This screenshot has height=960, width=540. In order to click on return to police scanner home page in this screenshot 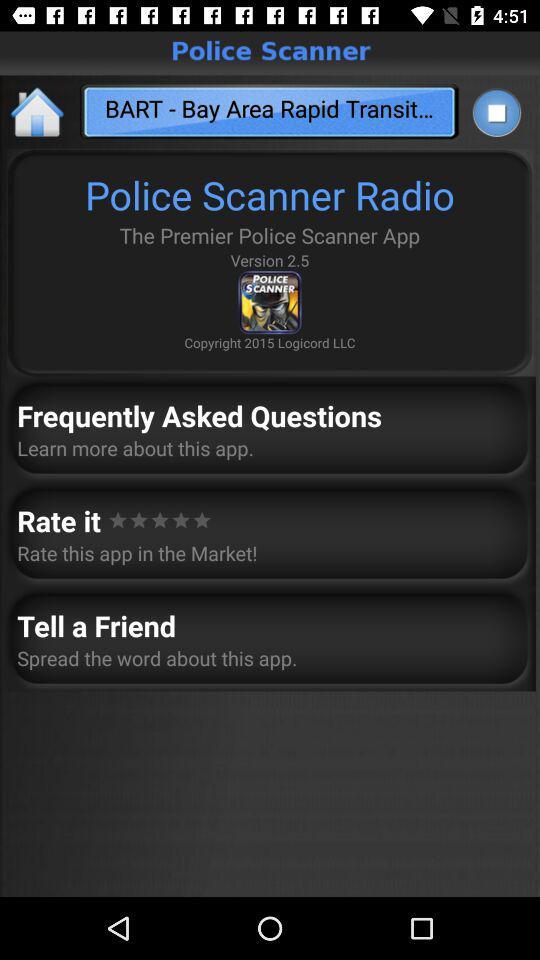, I will do `click(38, 111)`.